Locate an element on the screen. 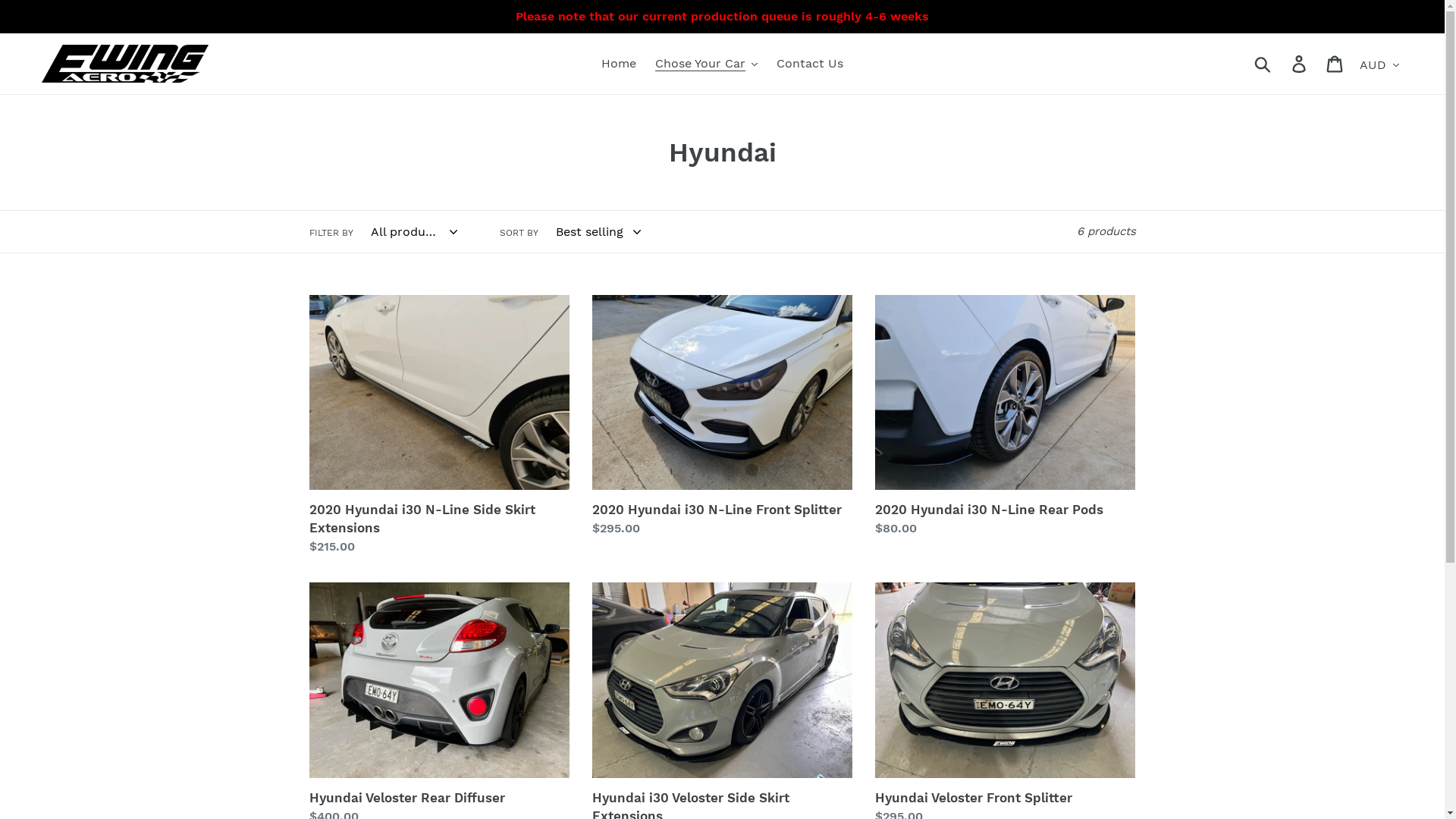  'Log in' is located at coordinates (1299, 63).